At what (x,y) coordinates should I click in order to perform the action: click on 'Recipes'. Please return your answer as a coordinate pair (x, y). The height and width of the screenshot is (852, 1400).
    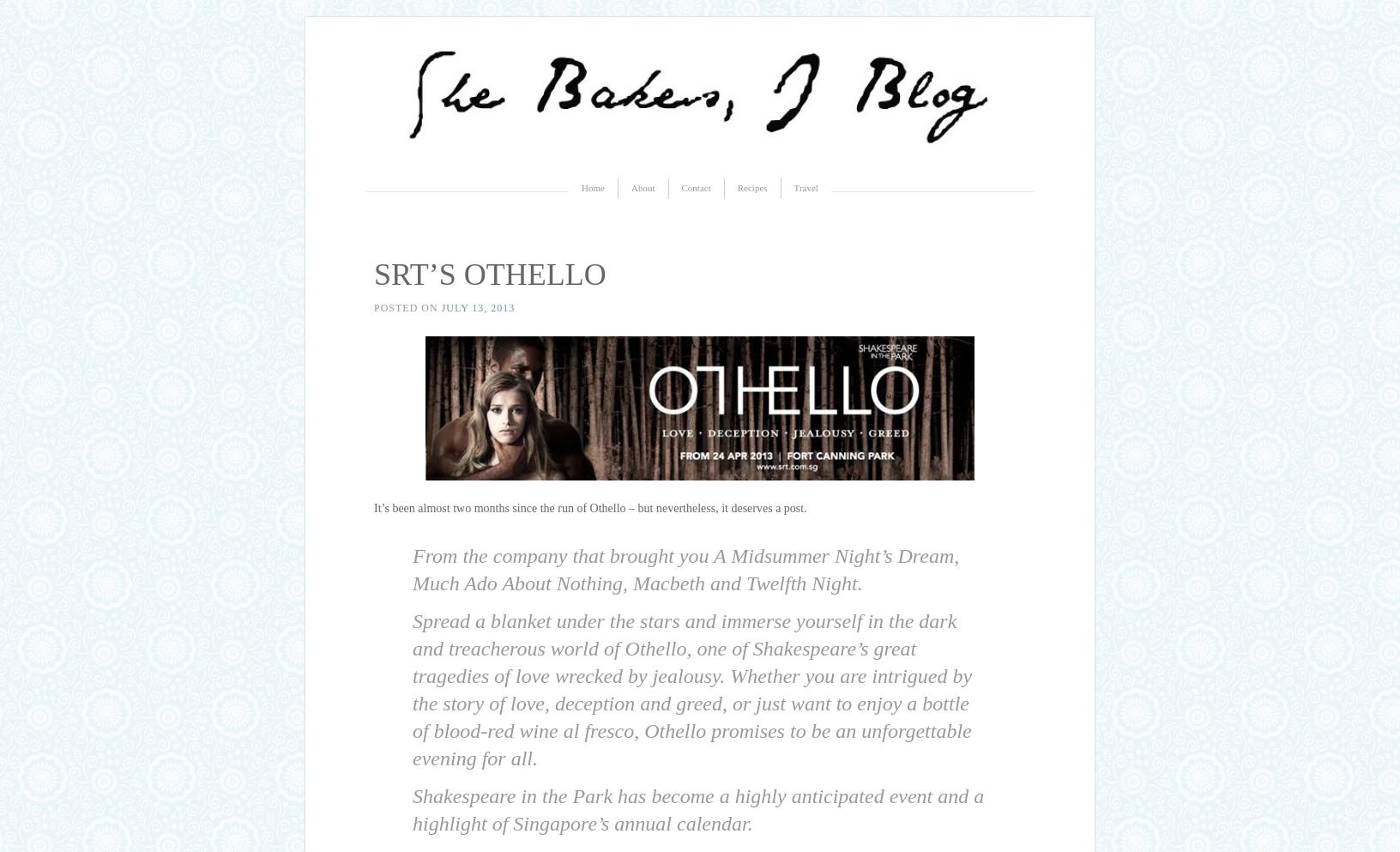
    Looking at the image, I should click on (751, 187).